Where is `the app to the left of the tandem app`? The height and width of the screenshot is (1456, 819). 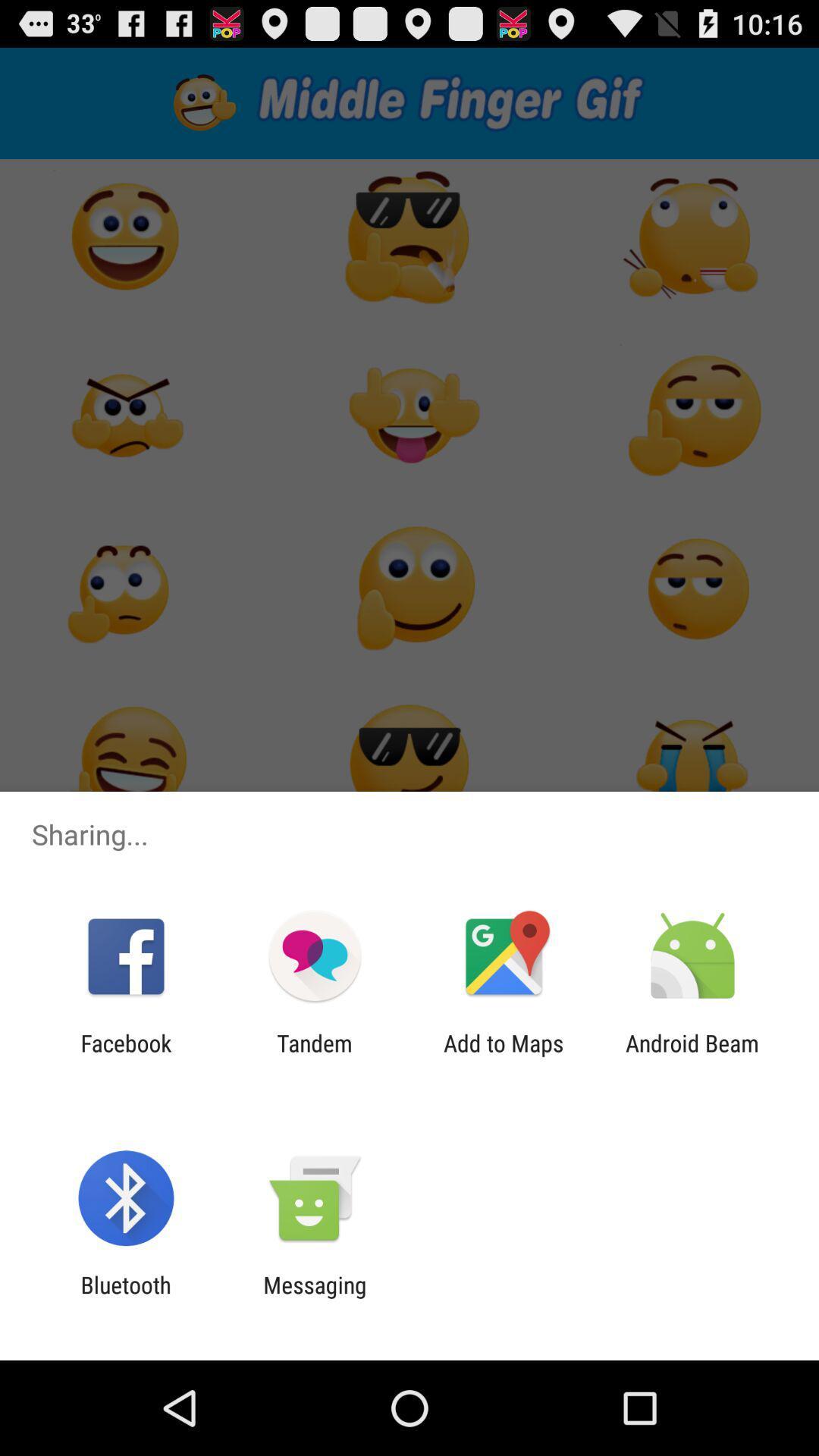
the app to the left of the tandem app is located at coordinates (125, 1056).